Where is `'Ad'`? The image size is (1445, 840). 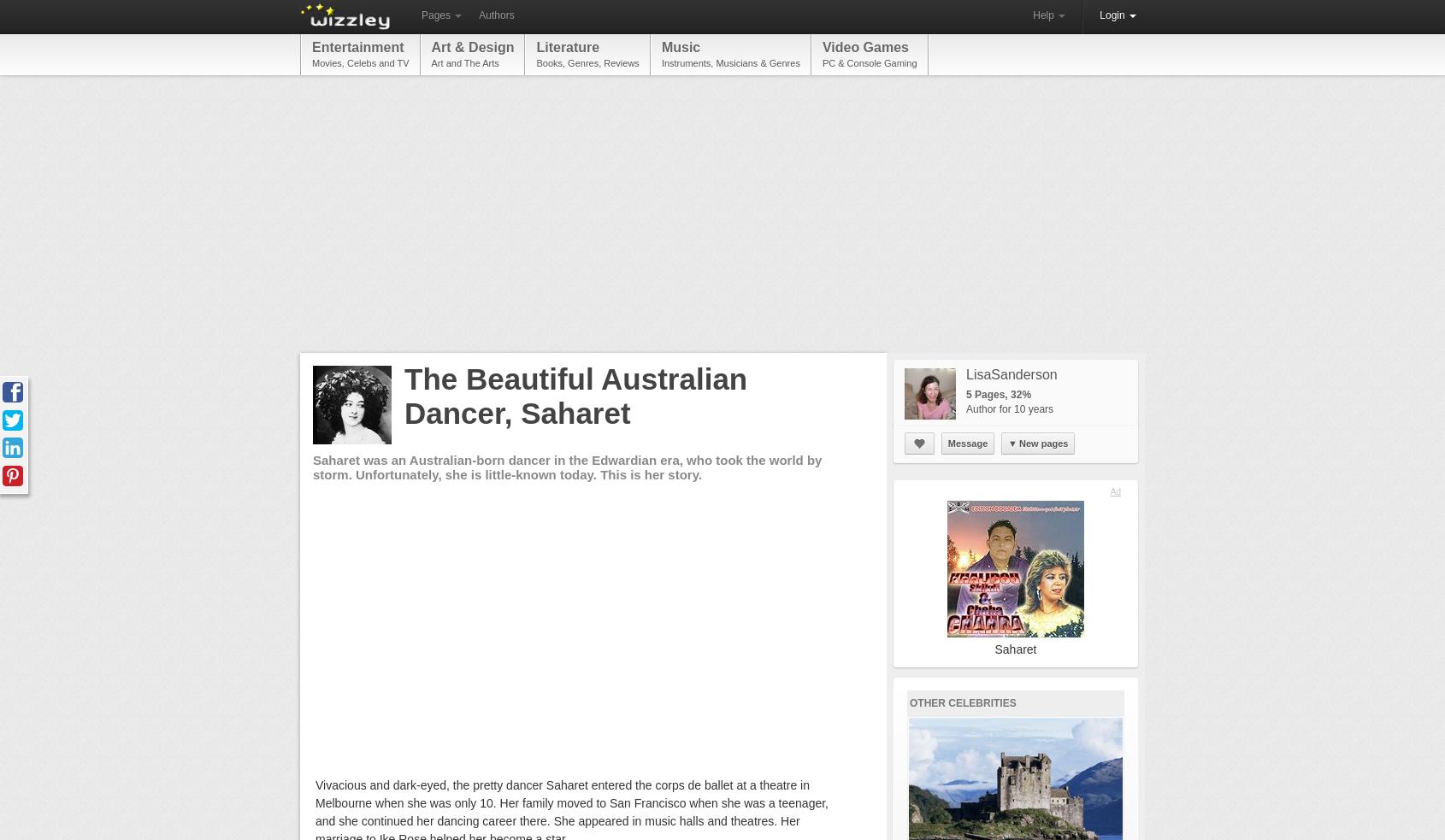
'Ad' is located at coordinates (1115, 491).